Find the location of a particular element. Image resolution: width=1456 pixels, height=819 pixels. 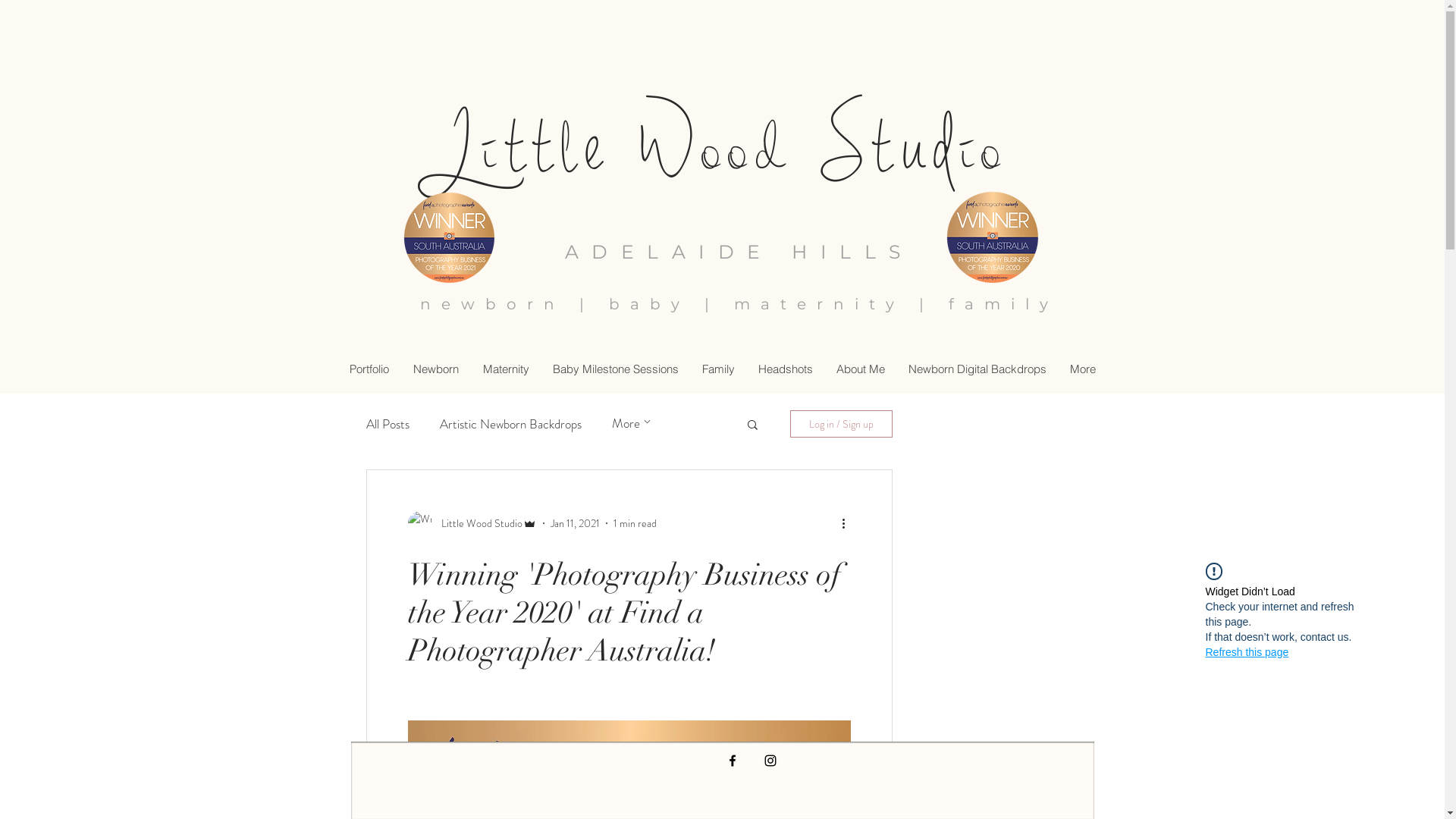

'Baby Milestone Sessions' is located at coordinates (614, 369).